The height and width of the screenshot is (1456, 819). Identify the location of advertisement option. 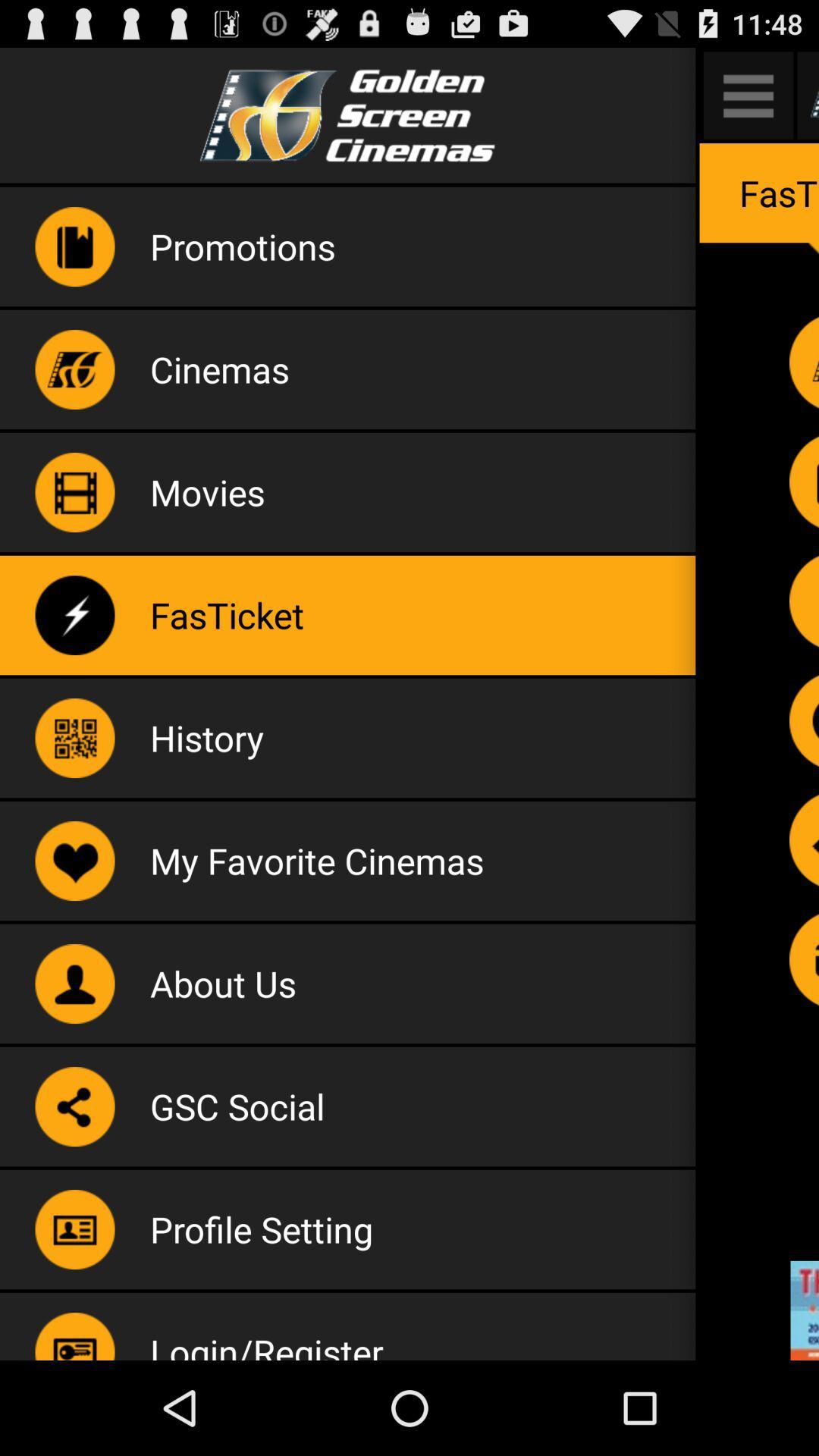
(804, 1310).